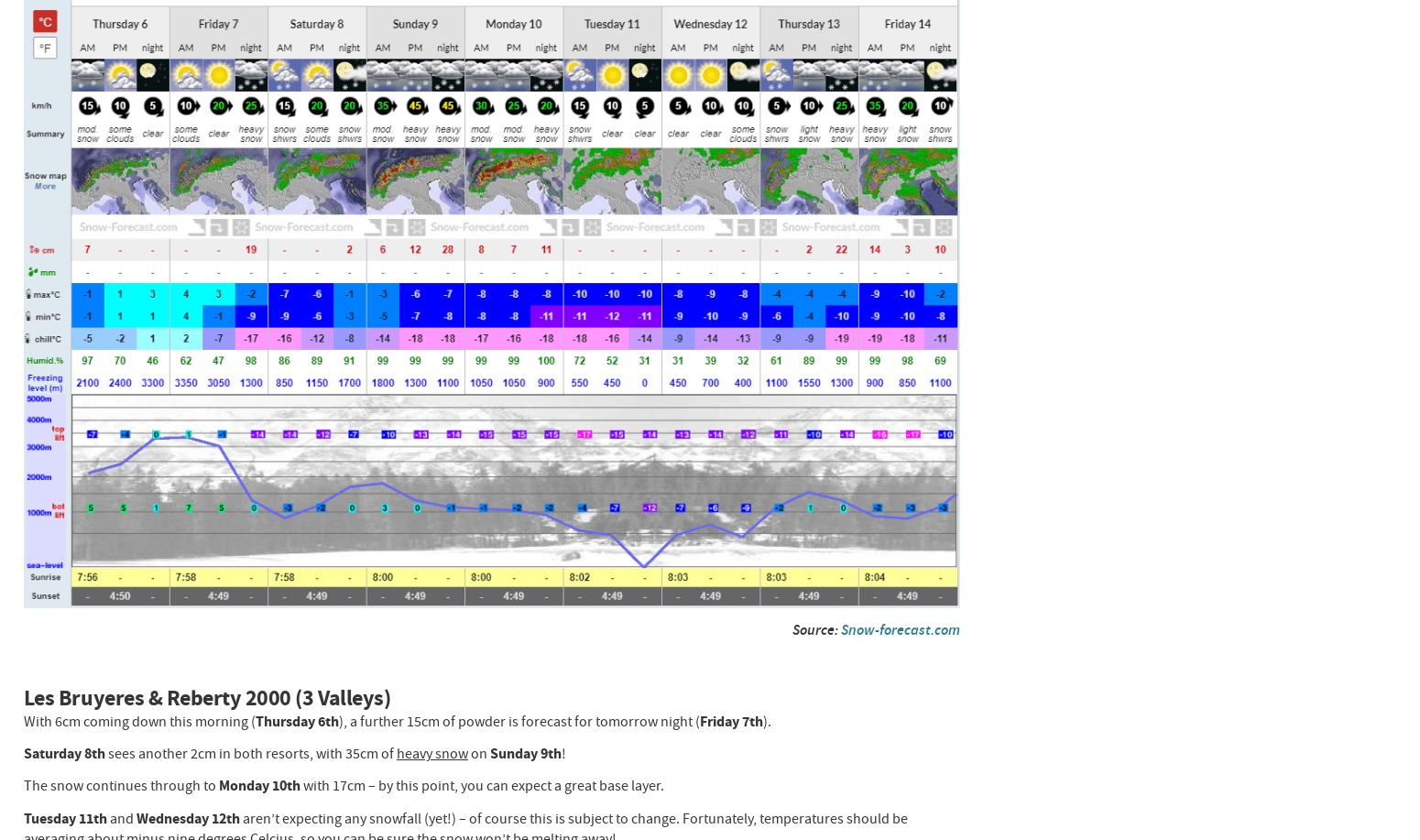  I want to click on 'and', so click(121, 816).